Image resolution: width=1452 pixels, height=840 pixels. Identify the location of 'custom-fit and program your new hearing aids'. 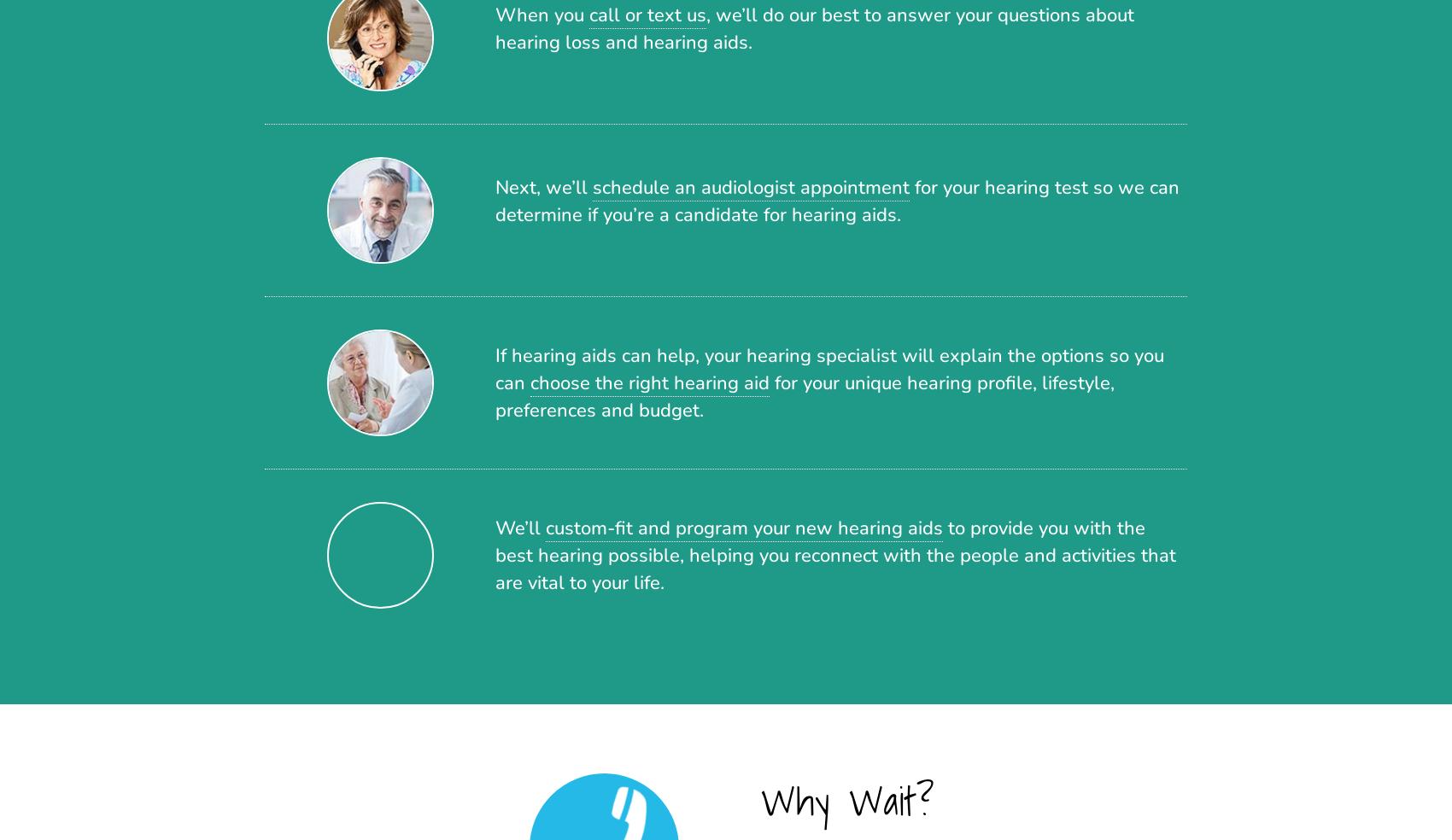
(744, 527).